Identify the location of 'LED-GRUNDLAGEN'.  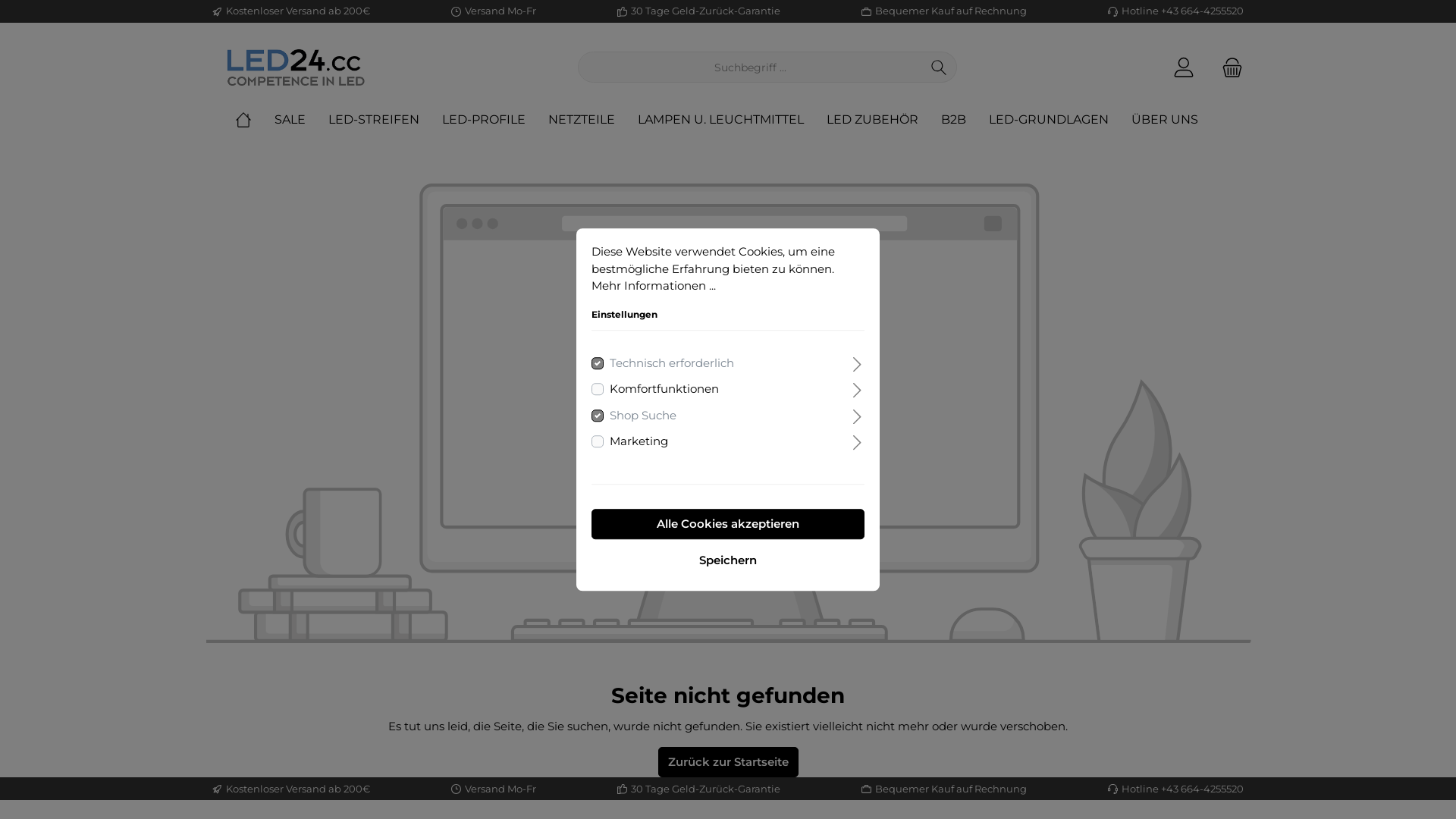
(1059, 119).